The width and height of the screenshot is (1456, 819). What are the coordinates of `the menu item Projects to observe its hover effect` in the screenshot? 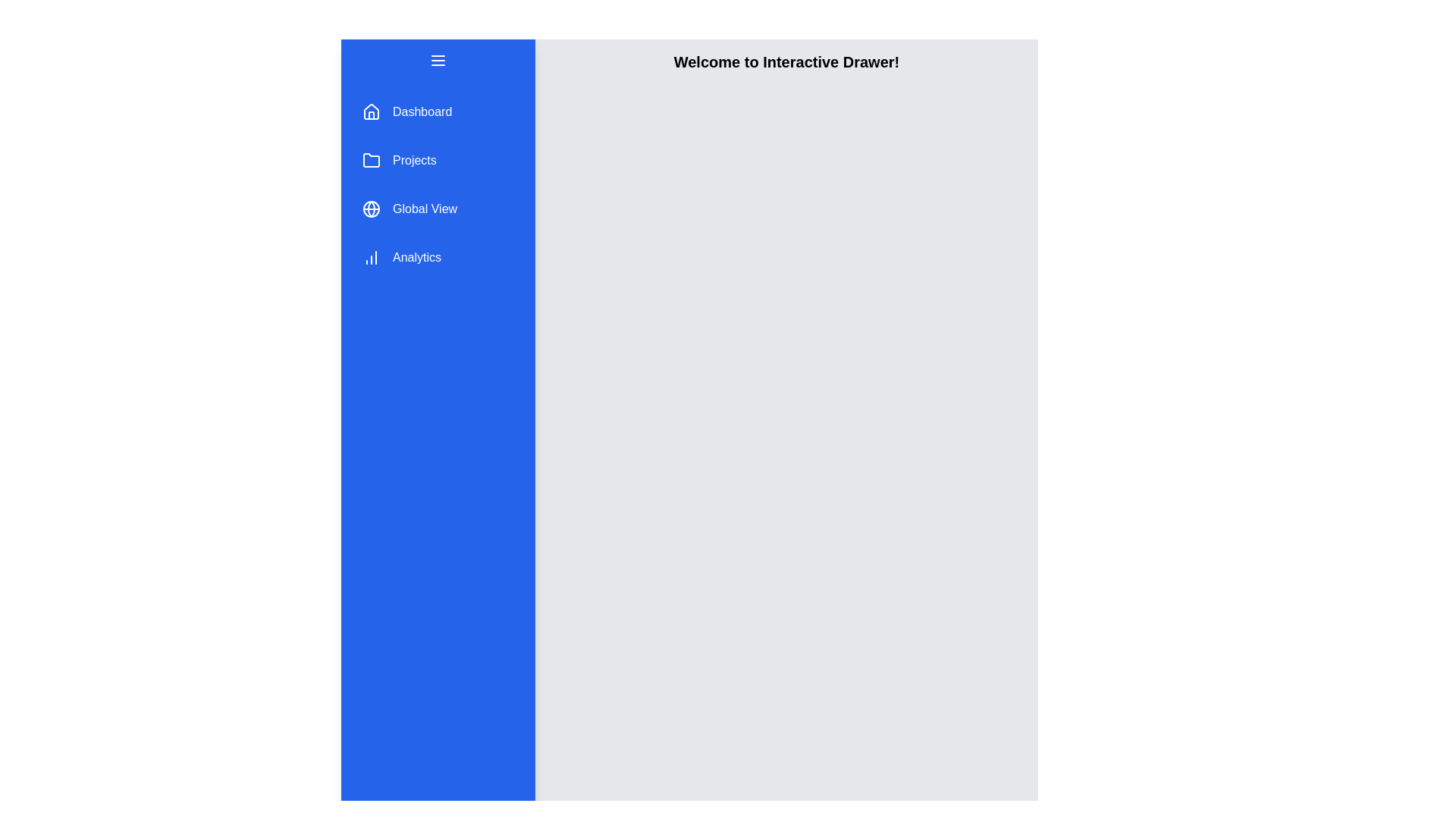 It's located at (437, 161).